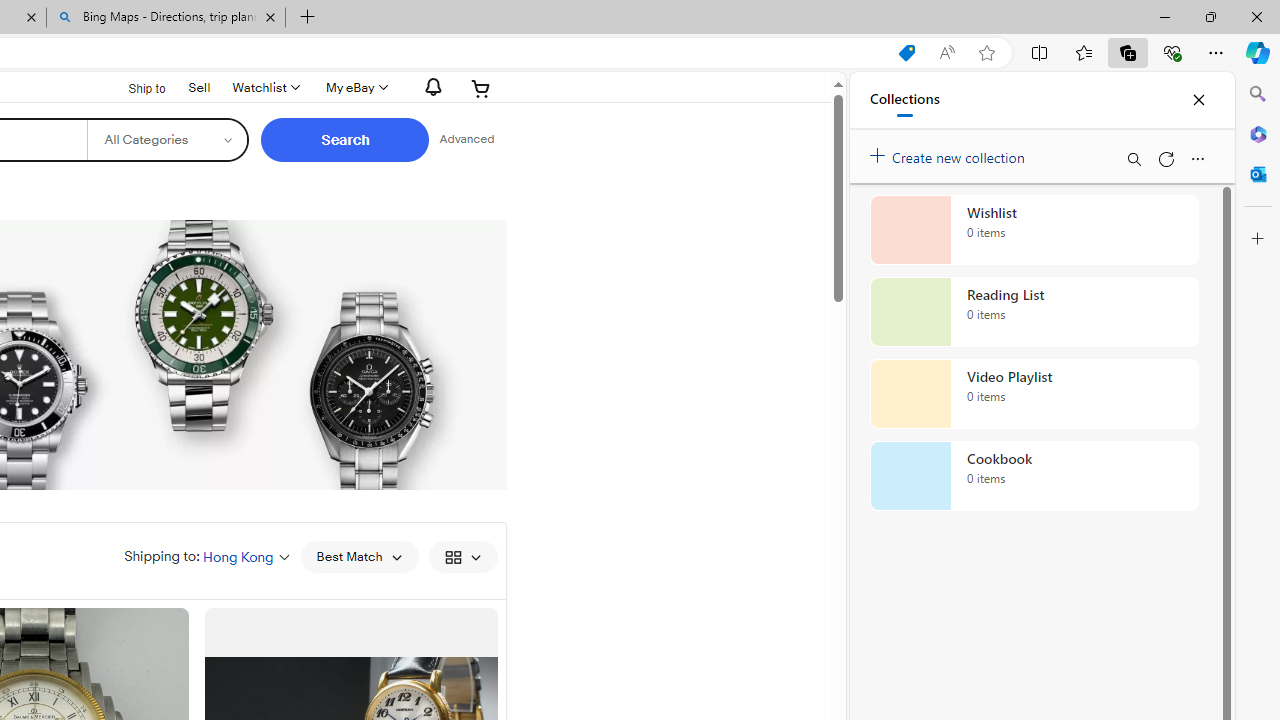 This screenshot has width=1280, height=720. Describe the element at coordinates (461, 556) in the screenshot. I see `'View: Gallery View'` at that location.